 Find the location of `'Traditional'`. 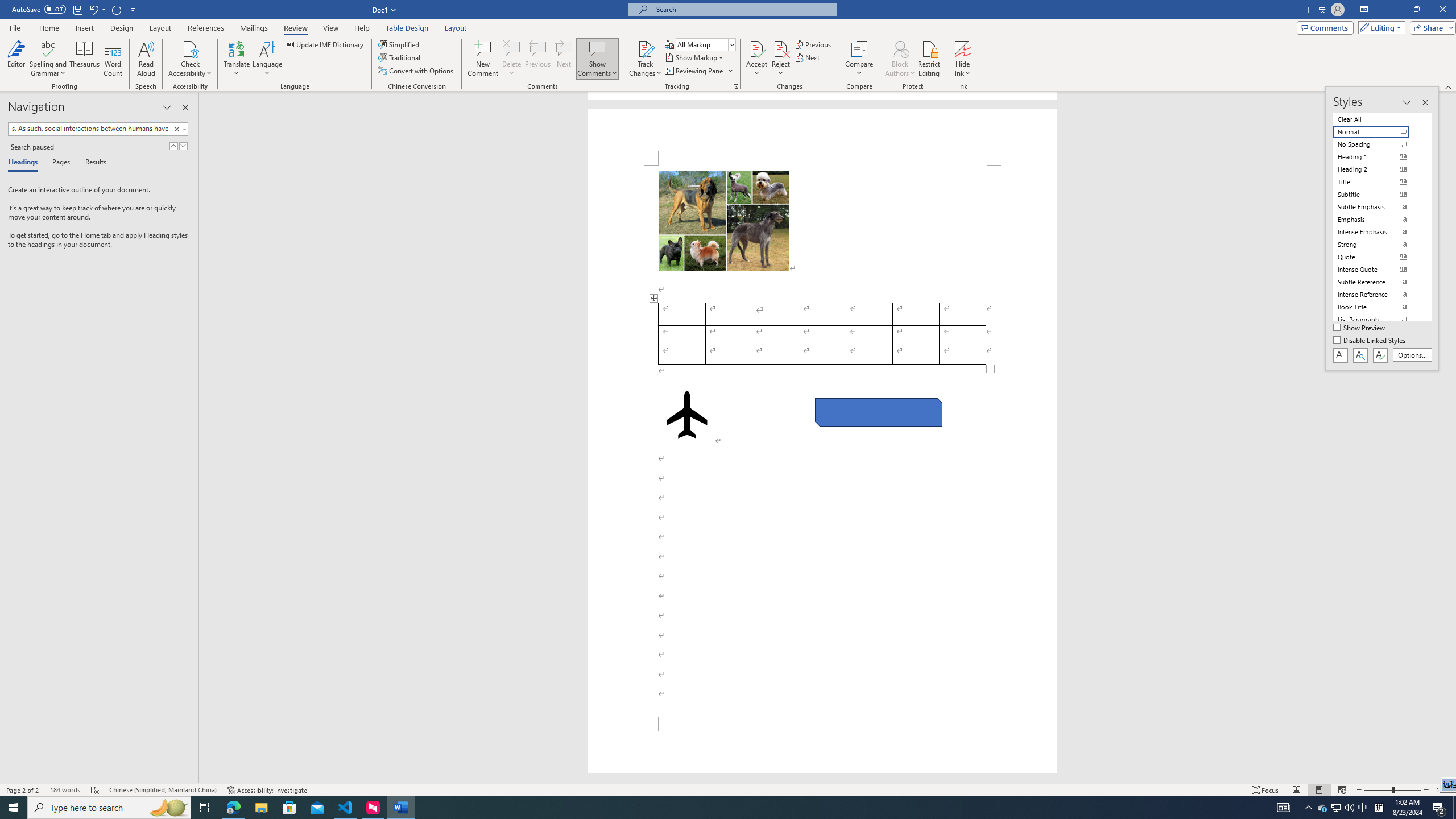

'Traditional' is located at coordinates (400, 56).